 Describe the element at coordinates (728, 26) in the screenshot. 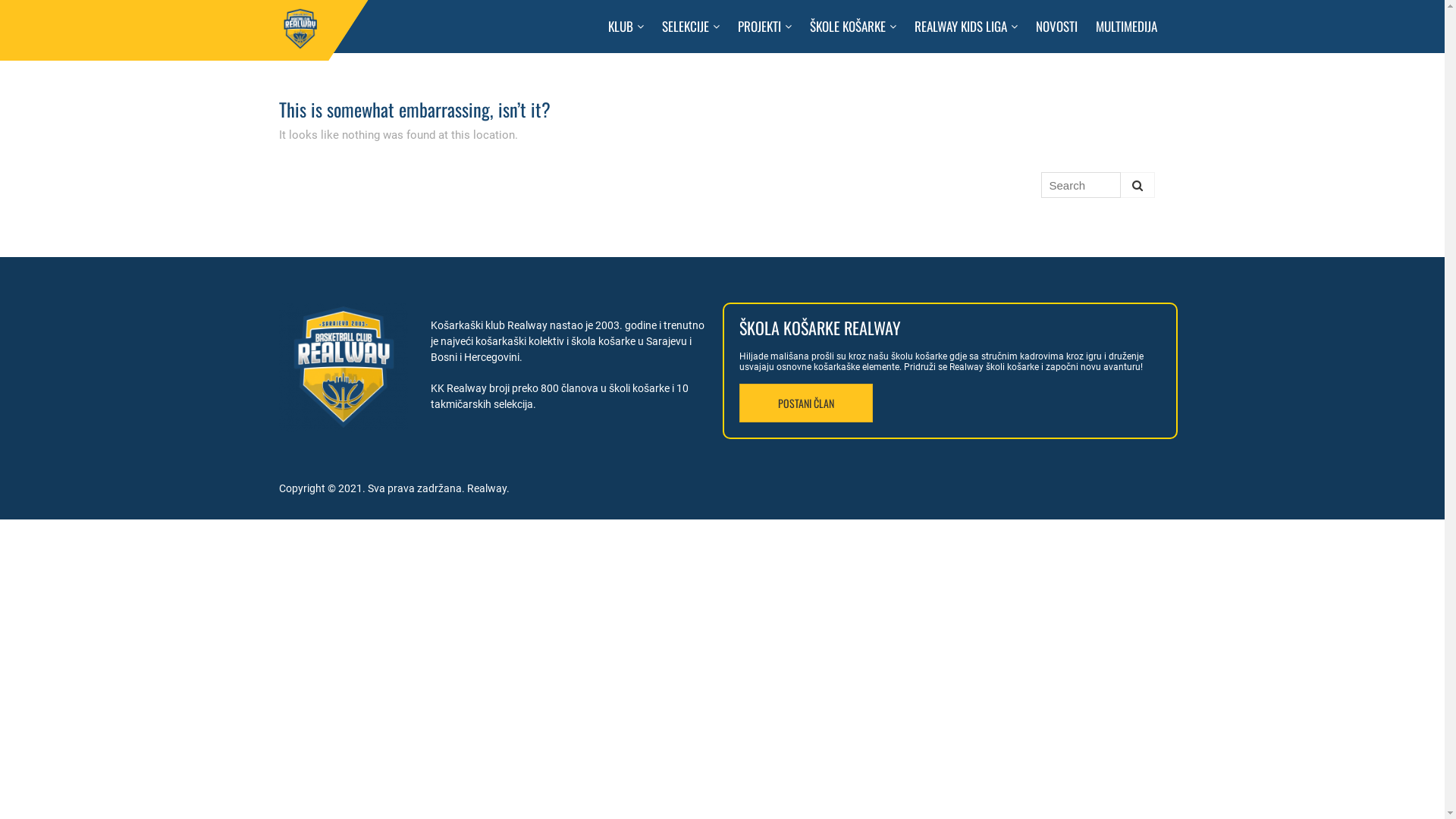

I see `'PROJEKTI'` at that location.